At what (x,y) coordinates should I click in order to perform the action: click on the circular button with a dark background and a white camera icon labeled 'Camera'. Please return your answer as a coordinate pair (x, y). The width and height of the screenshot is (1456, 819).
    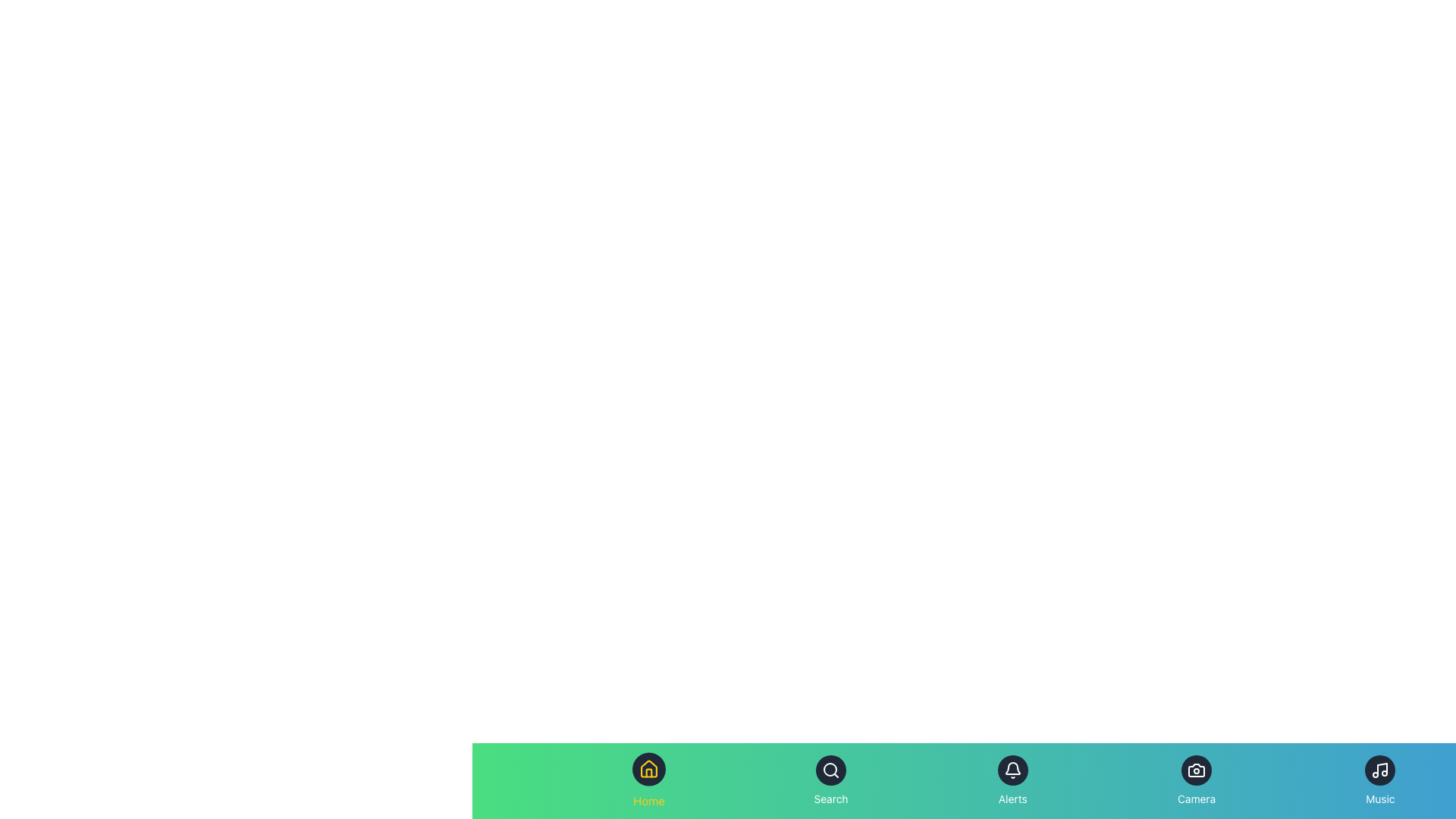
    Looking at the image, I should click on (1196, 780).